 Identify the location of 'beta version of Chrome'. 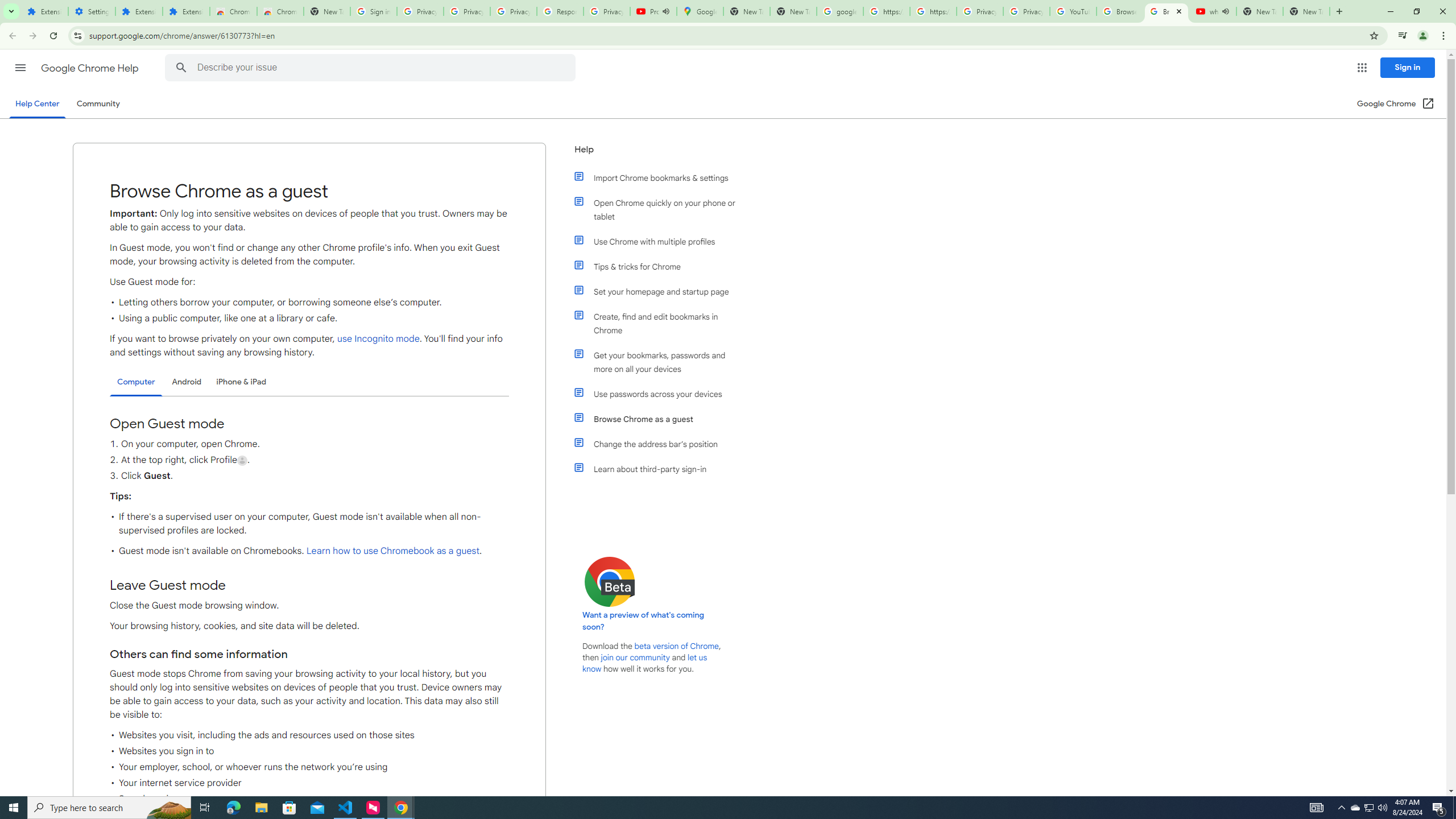
(677, 646).